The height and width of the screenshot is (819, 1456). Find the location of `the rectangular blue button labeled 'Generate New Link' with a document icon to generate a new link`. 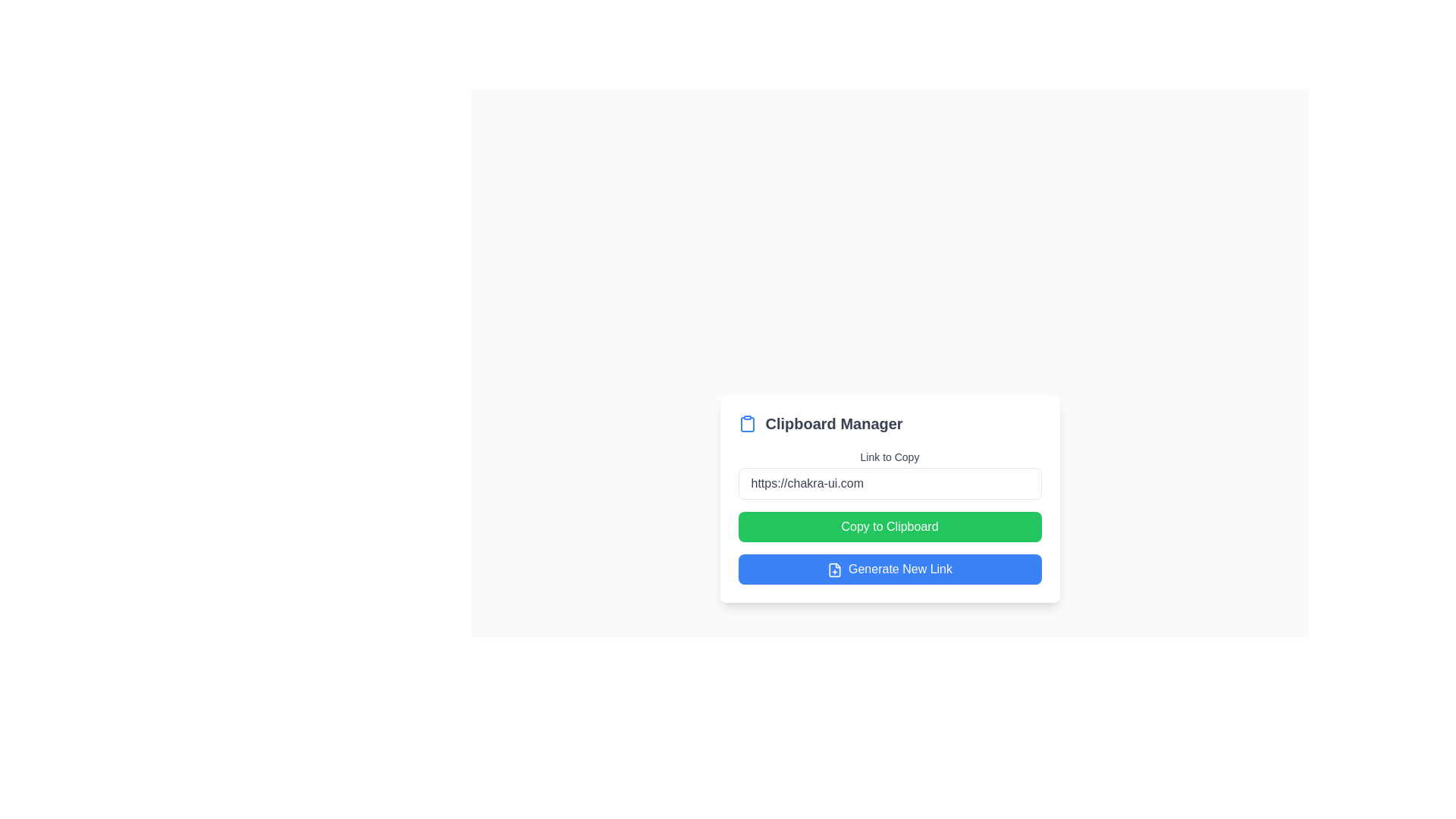

the rectangular blue button labeled 'Generate New Link' with a document icon to generate a new link is located at coordinates (890, 570).